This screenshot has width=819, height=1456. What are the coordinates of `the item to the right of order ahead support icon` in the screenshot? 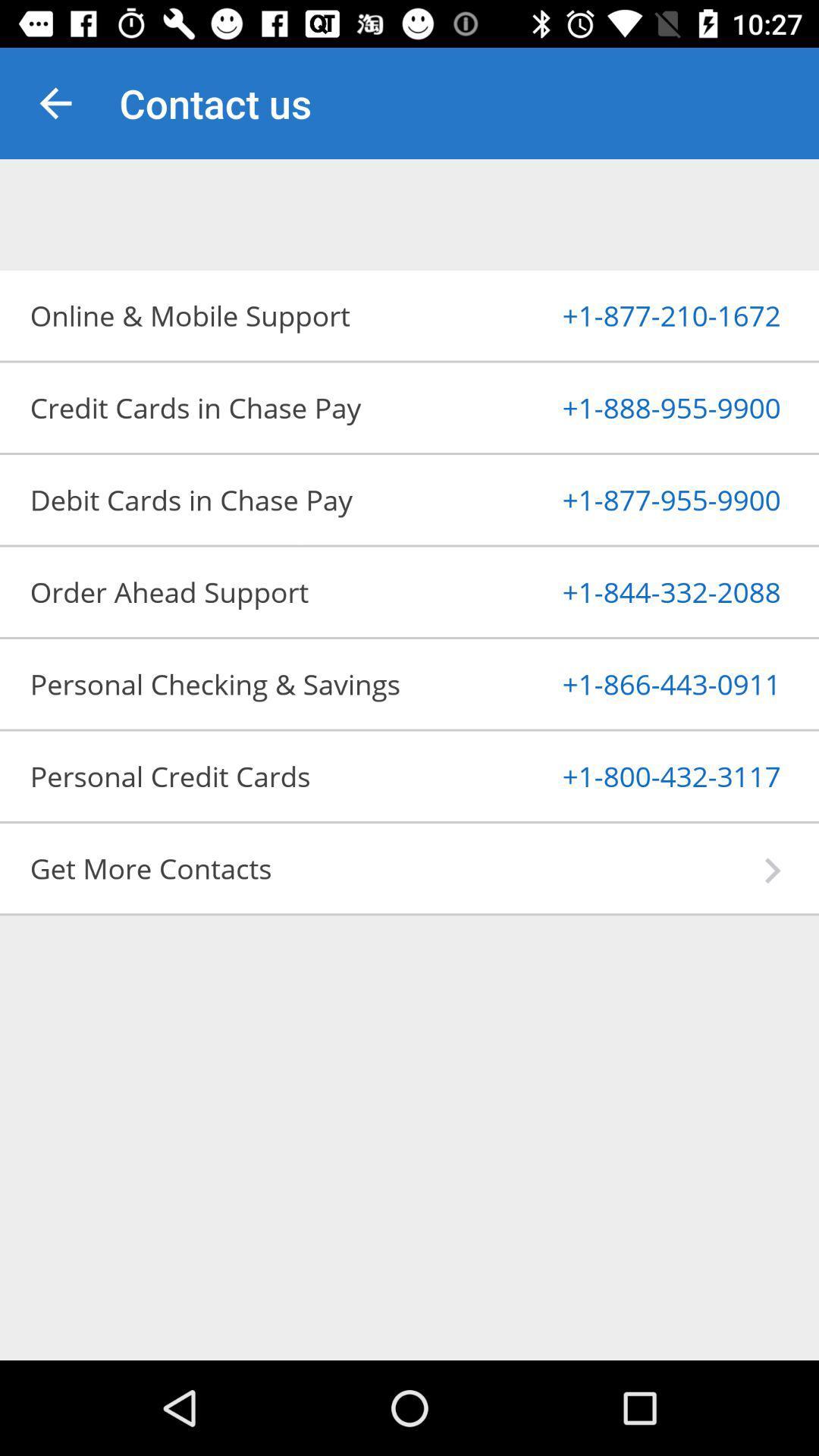 It's located at (635, 591).